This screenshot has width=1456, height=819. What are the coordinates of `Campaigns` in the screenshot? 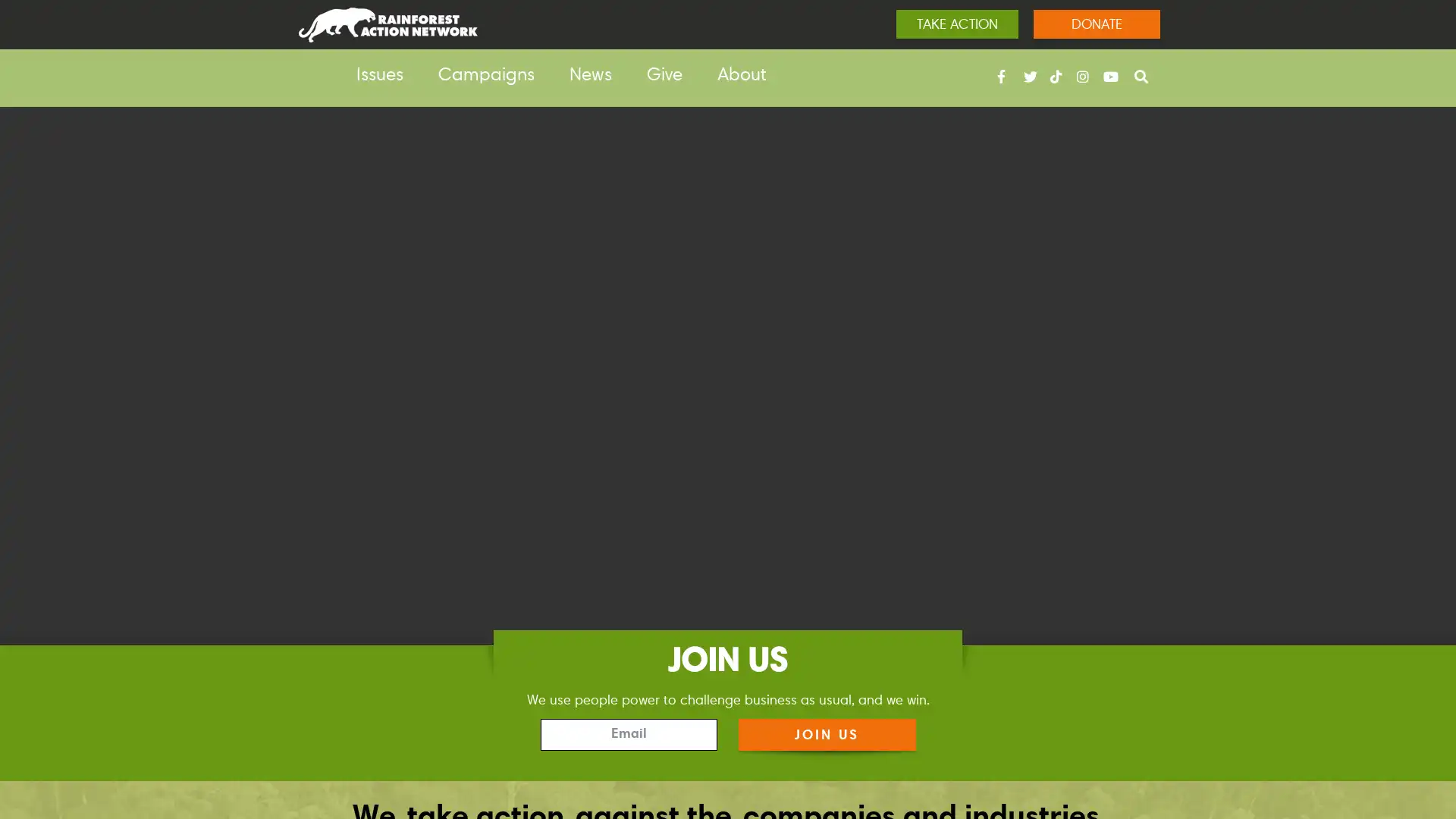 It's located at (486, 76).